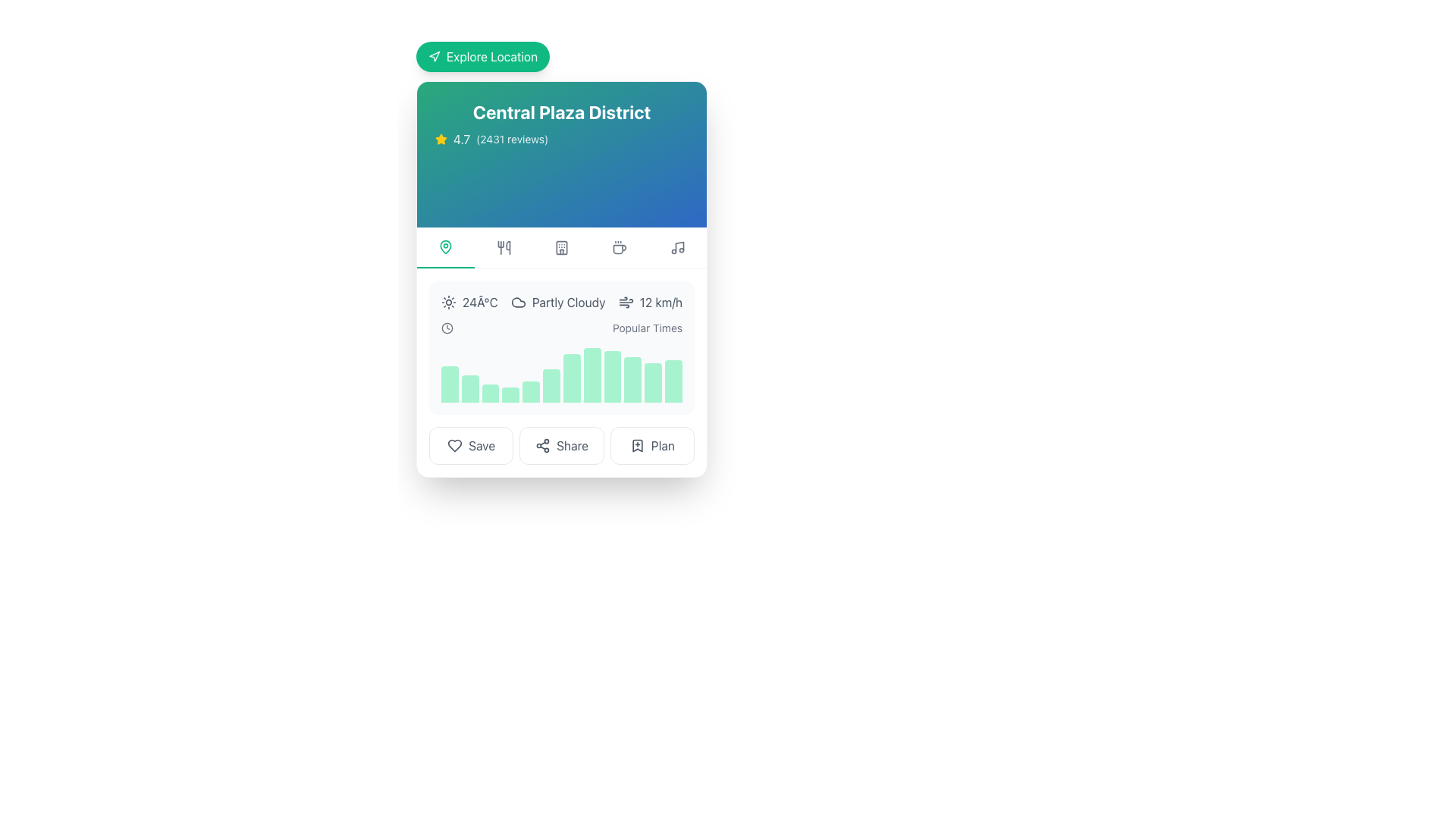 This screenshot has height=819, width=1456. What do you see at coordinates (445, 247) in the screenshot?
I see `the green location pin icon, which is the first element in the horizontal navigation bar under 'Central Plaza District'` at bounding box center [445, 247].